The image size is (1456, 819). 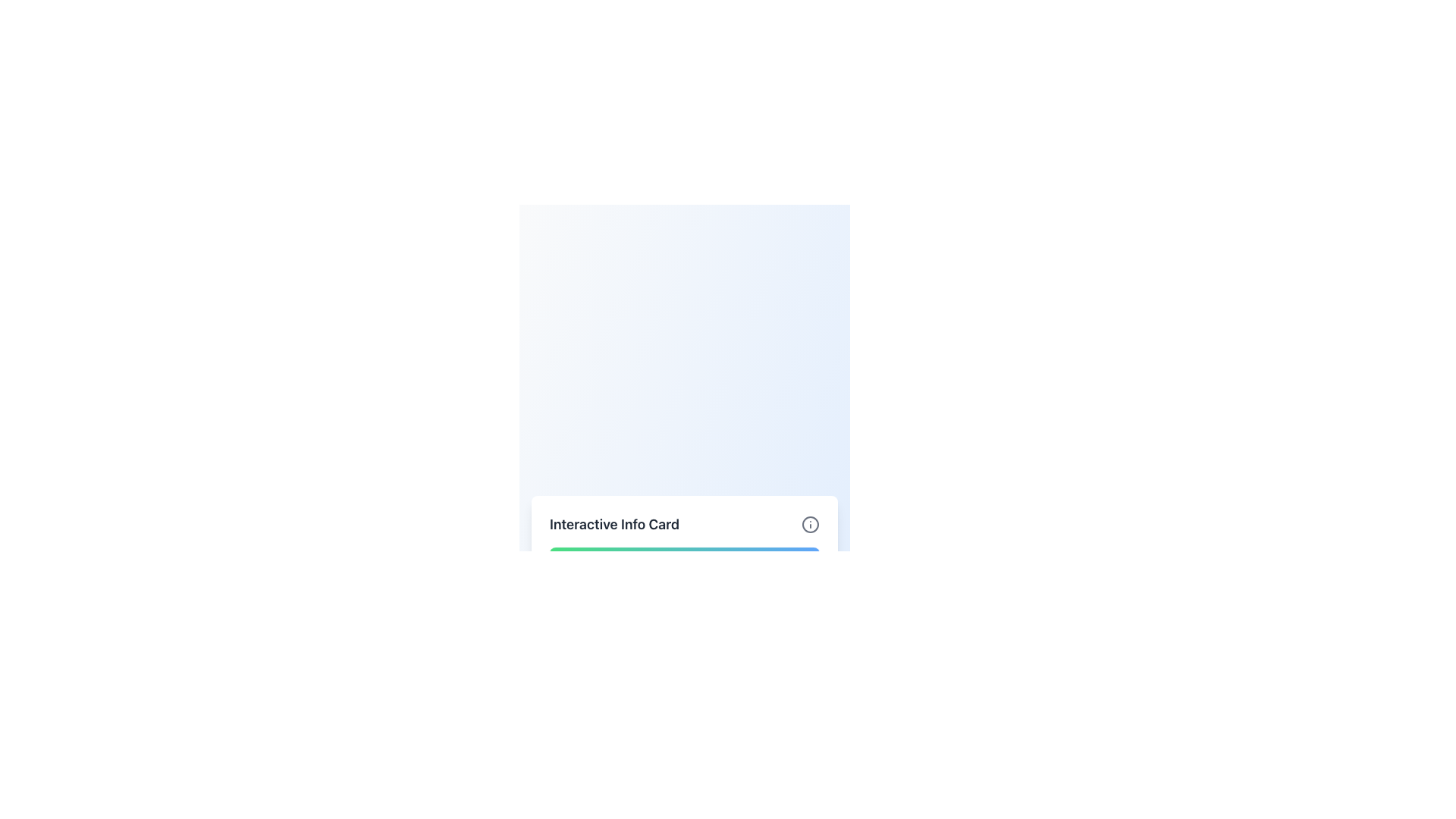 I want to click on the SVG Circle that serves as the base of the information icon, located at the center of the lower part of the interface, adjacent to the 'Interactive Info Card' label, so click(x=810, y=523).